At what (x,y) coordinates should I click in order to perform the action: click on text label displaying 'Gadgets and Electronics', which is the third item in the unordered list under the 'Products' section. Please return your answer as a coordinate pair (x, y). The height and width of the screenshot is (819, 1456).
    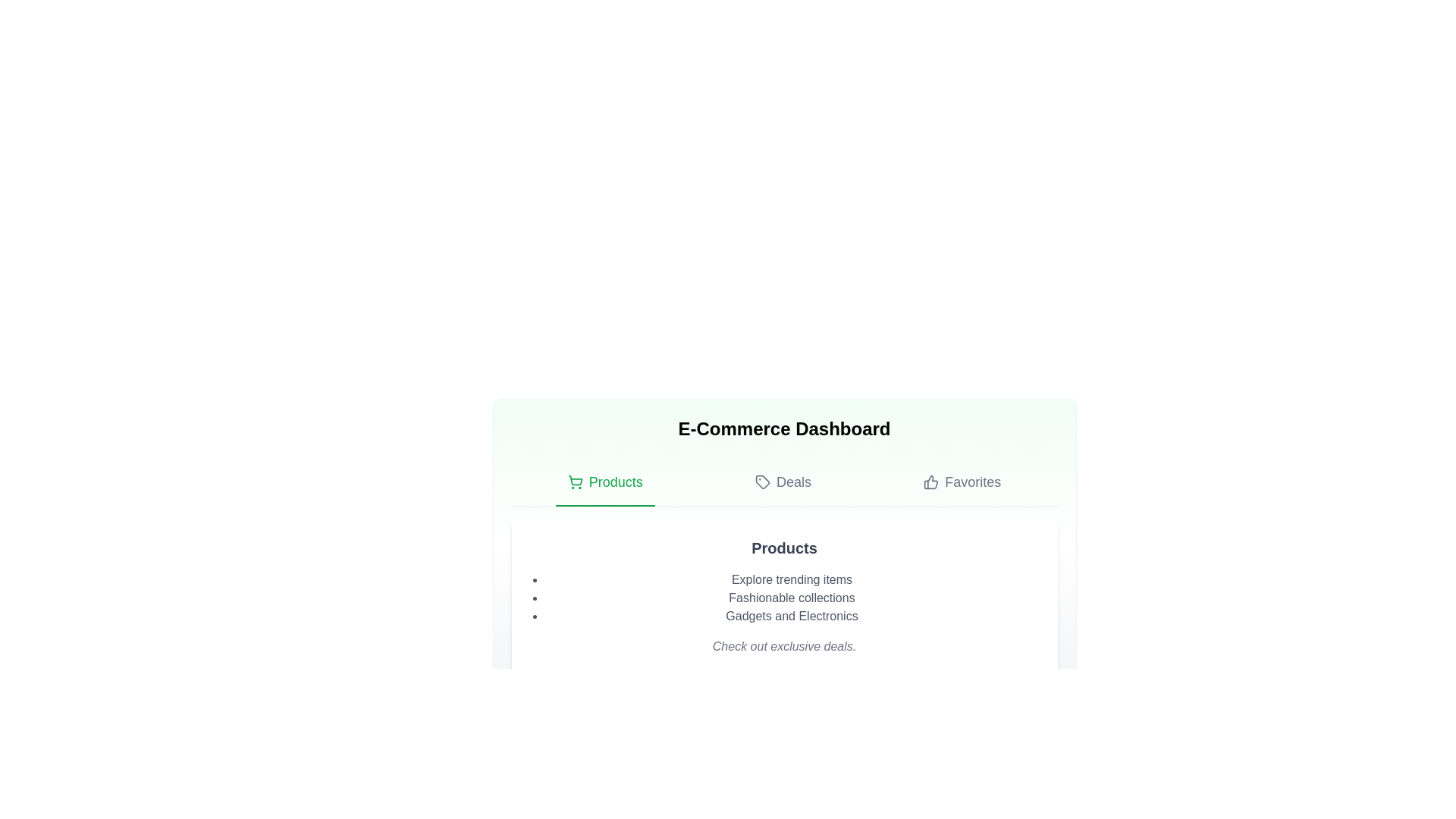
    Looking at the image, I should click on (791, 617).